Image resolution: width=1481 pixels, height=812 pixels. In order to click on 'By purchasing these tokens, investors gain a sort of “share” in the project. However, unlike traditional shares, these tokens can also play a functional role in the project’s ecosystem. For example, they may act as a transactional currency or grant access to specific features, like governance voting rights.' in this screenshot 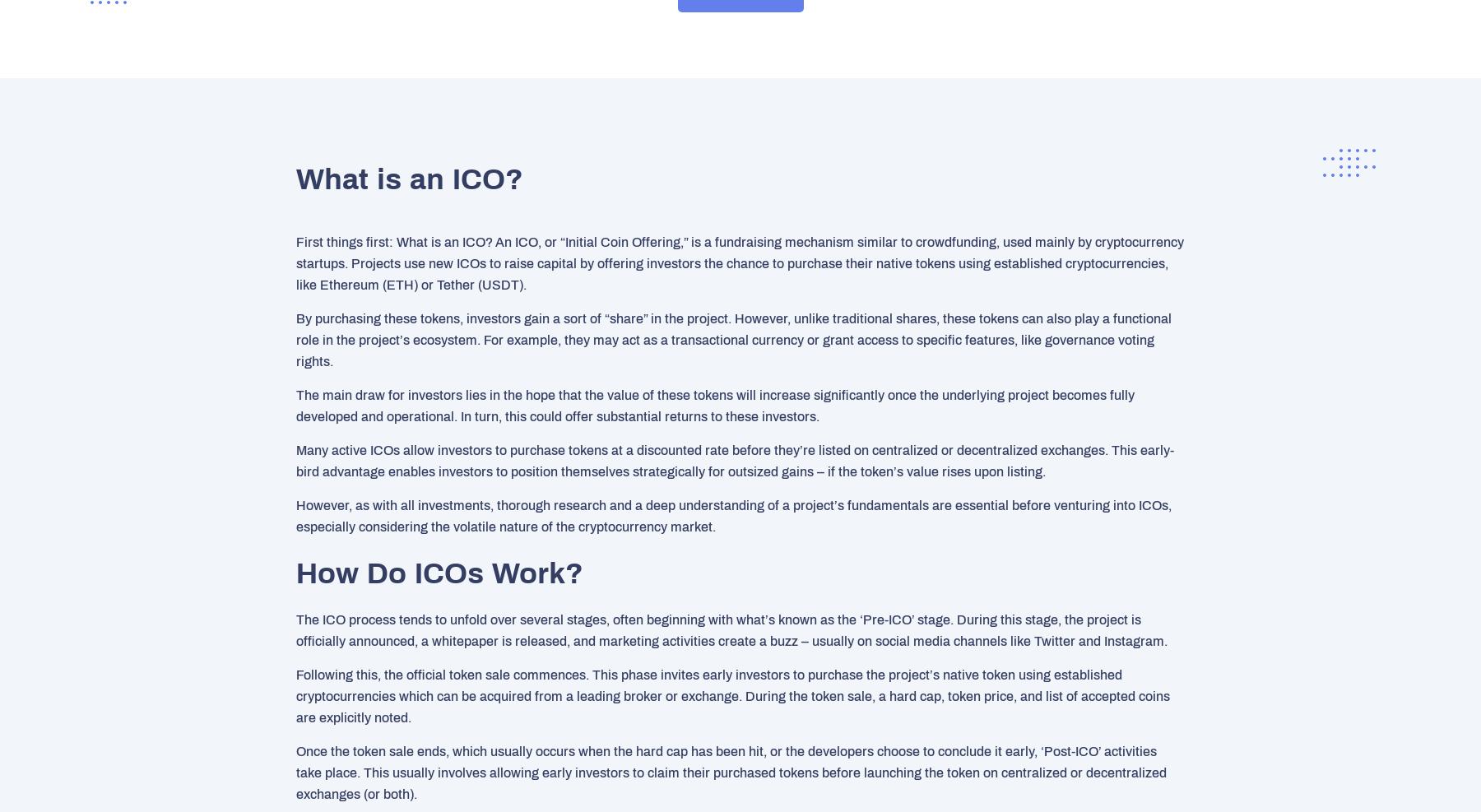, I will do `click(296, 339)`.